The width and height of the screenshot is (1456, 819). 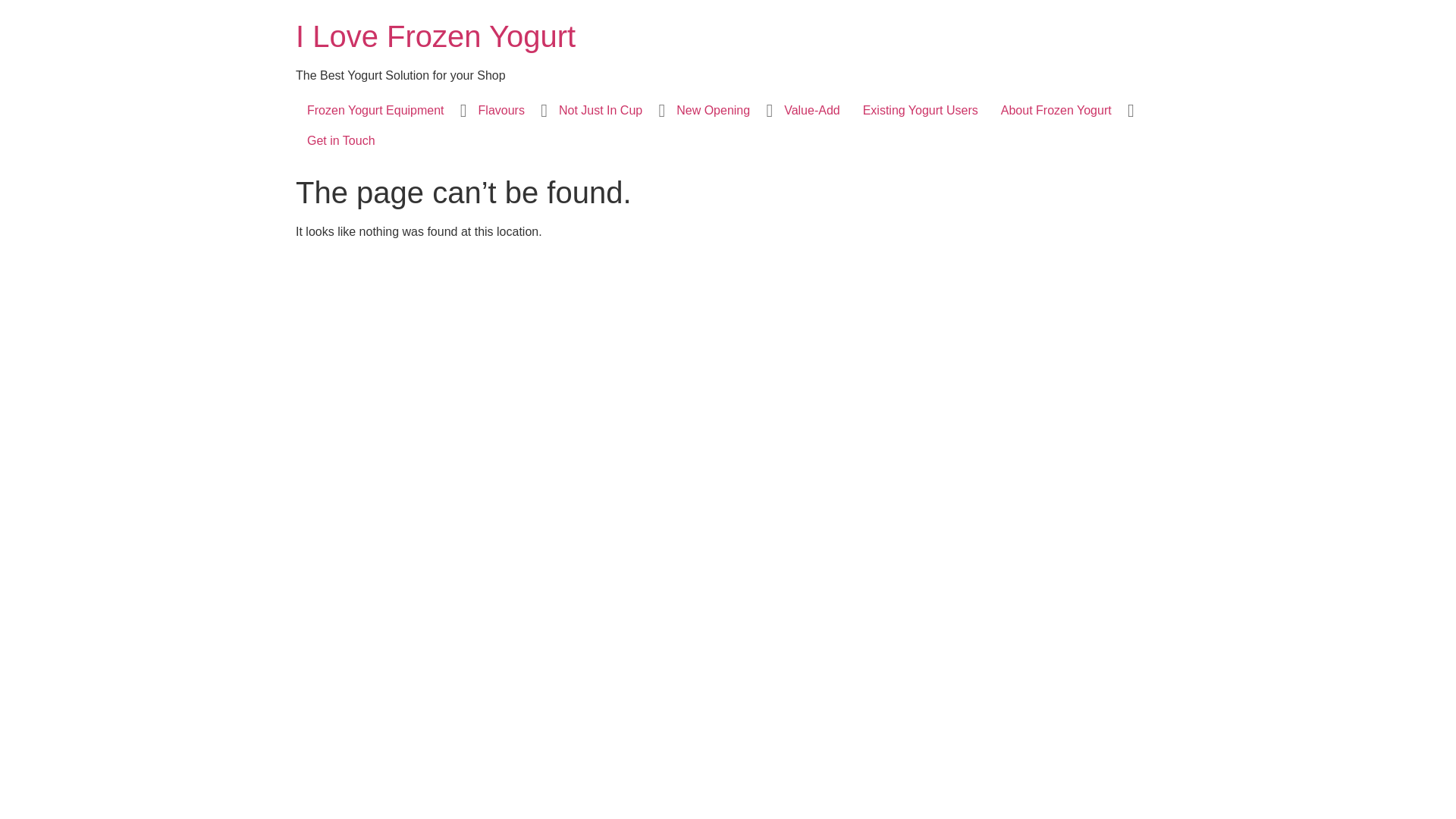 I want to click on 'Value-Add', so click(x=811, y=110).